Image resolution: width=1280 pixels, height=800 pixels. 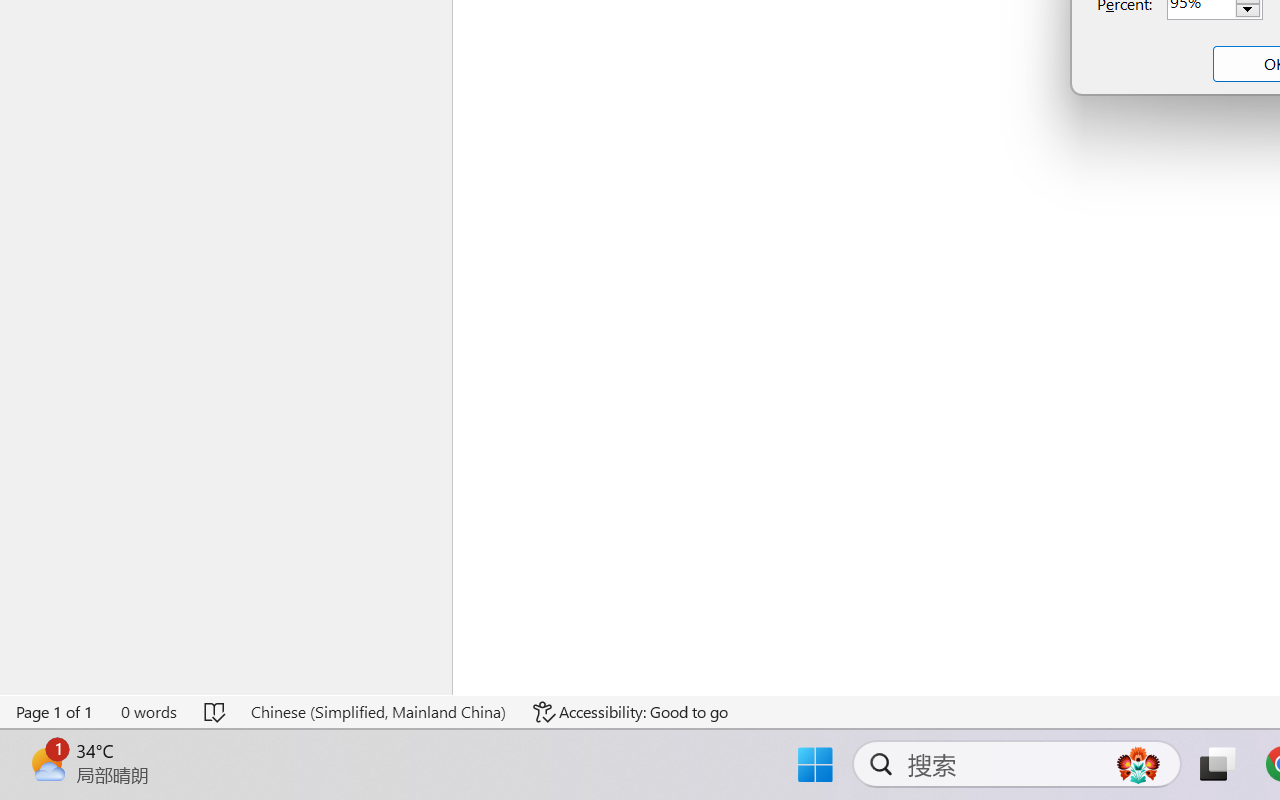 I want to click on 'Language Chinese (Simplified, Mainland China)', so click(x=378, y=711).